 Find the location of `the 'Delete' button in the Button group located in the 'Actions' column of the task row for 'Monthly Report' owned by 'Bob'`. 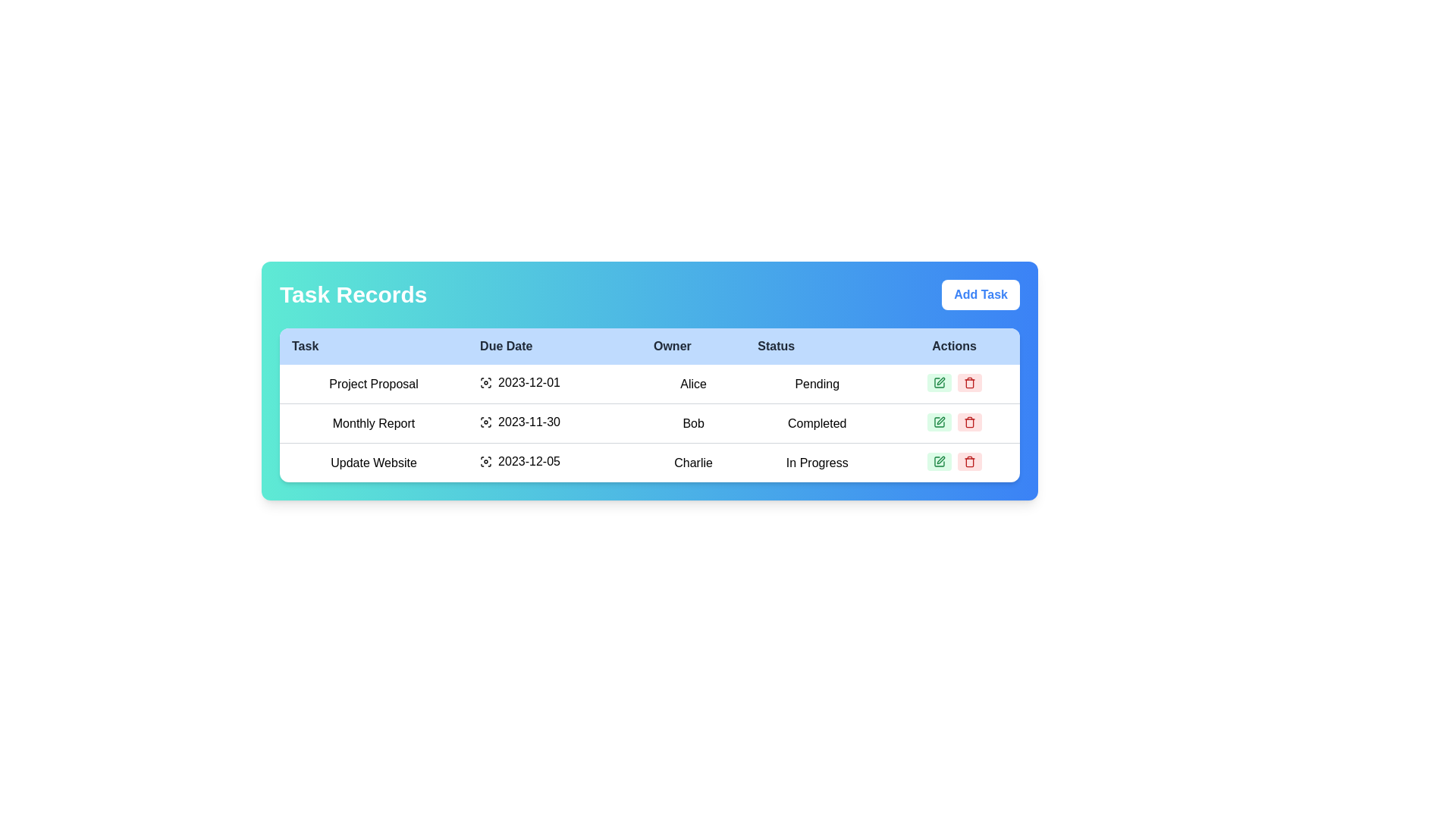

the 'Delete' button in the Button group located in the 'Actions' column of the task row for 'Monthly Report' owned by 'Bob' is located at coordinates (953, 423).